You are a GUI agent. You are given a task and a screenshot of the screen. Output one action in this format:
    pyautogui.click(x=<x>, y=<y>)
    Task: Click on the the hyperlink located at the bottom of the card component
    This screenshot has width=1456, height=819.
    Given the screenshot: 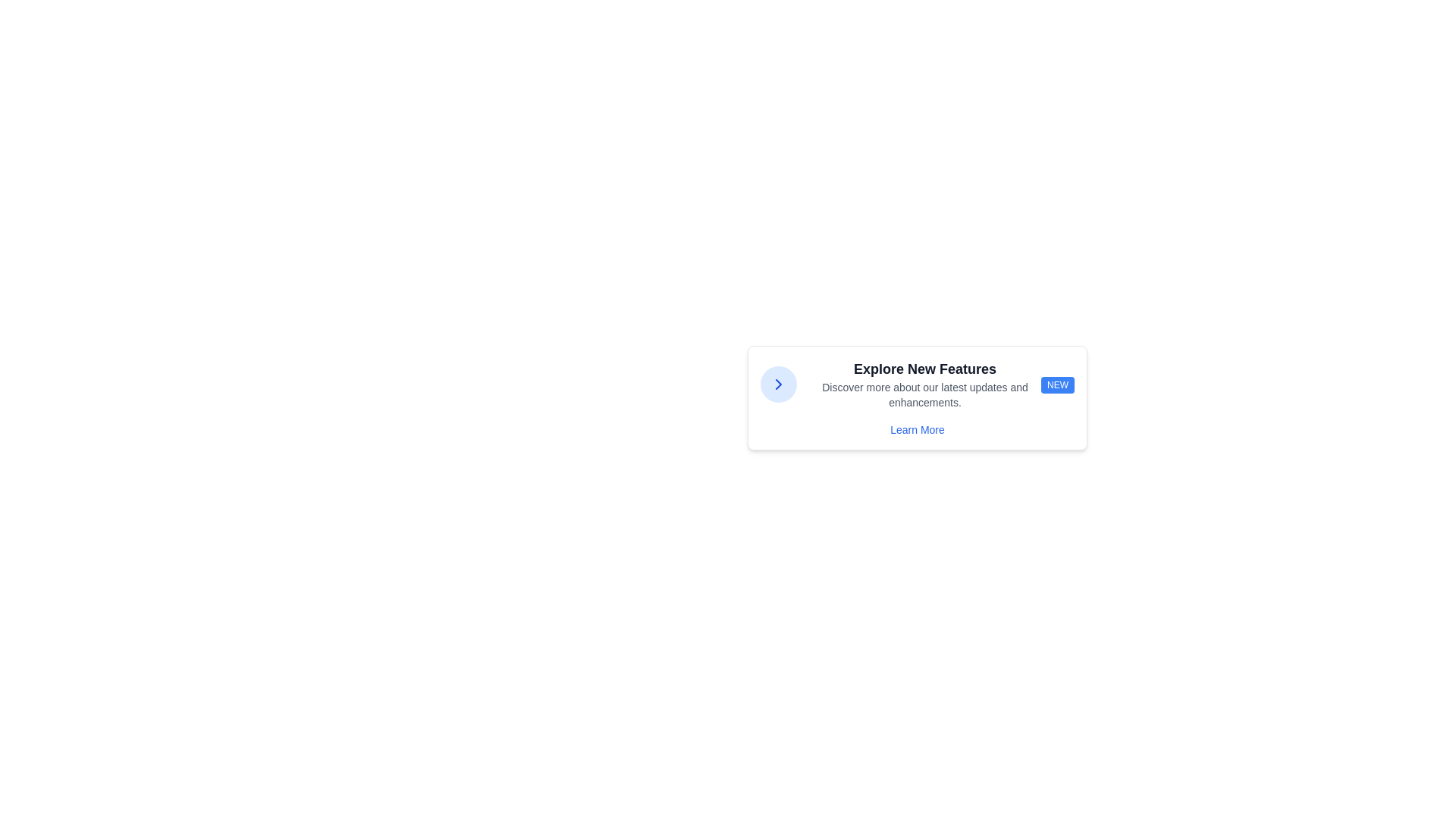 What is the action you would take?
    pyautogui.click(x=916, y=430)
    